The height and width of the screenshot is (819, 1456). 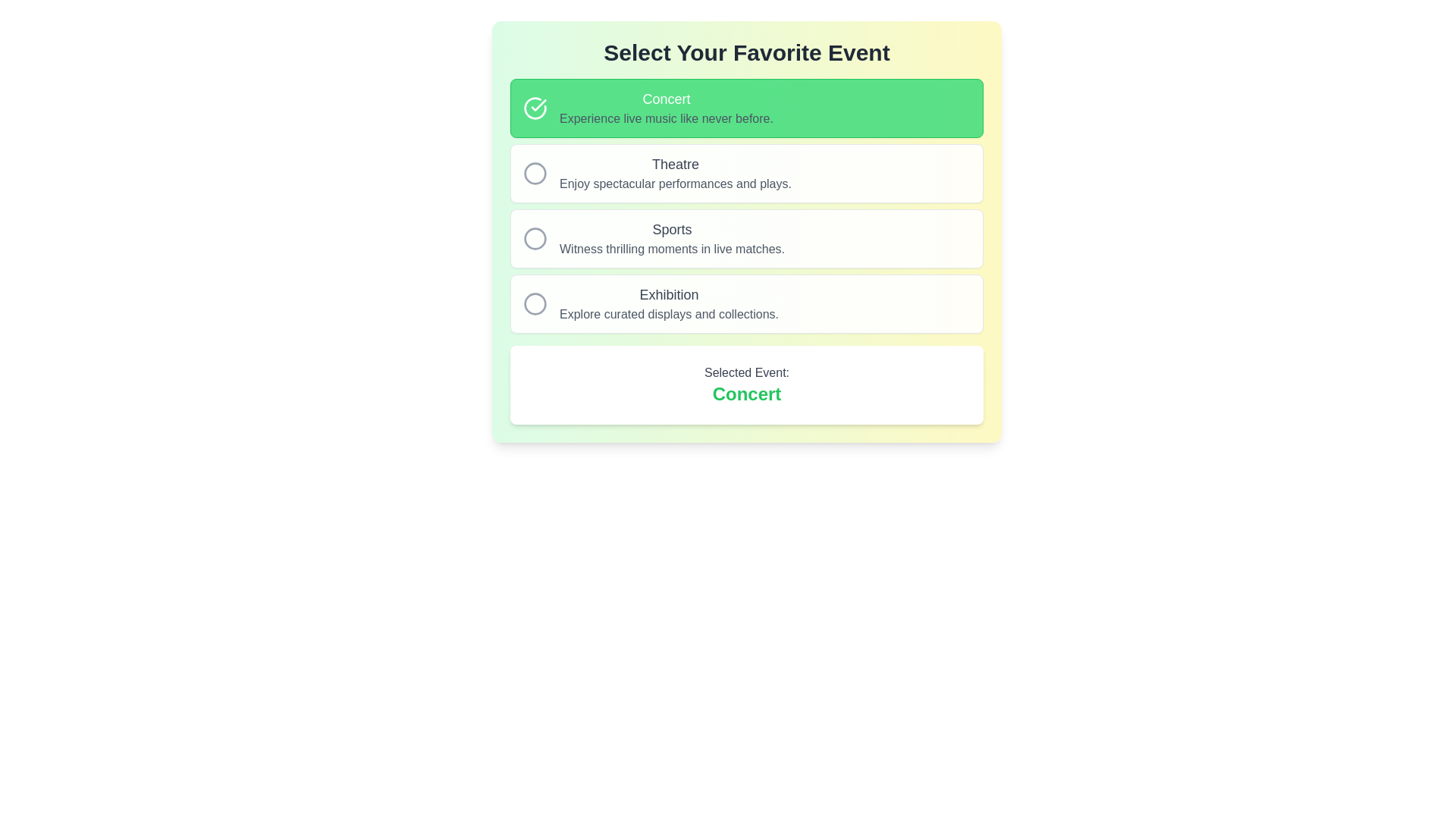 What do you see at coordinates (671, 248) in the screenshot?
I see `the descriptive Text Label for the 'Sports' selection option, which provides additional information about this choice in the list` at bounding box center [671, 248].